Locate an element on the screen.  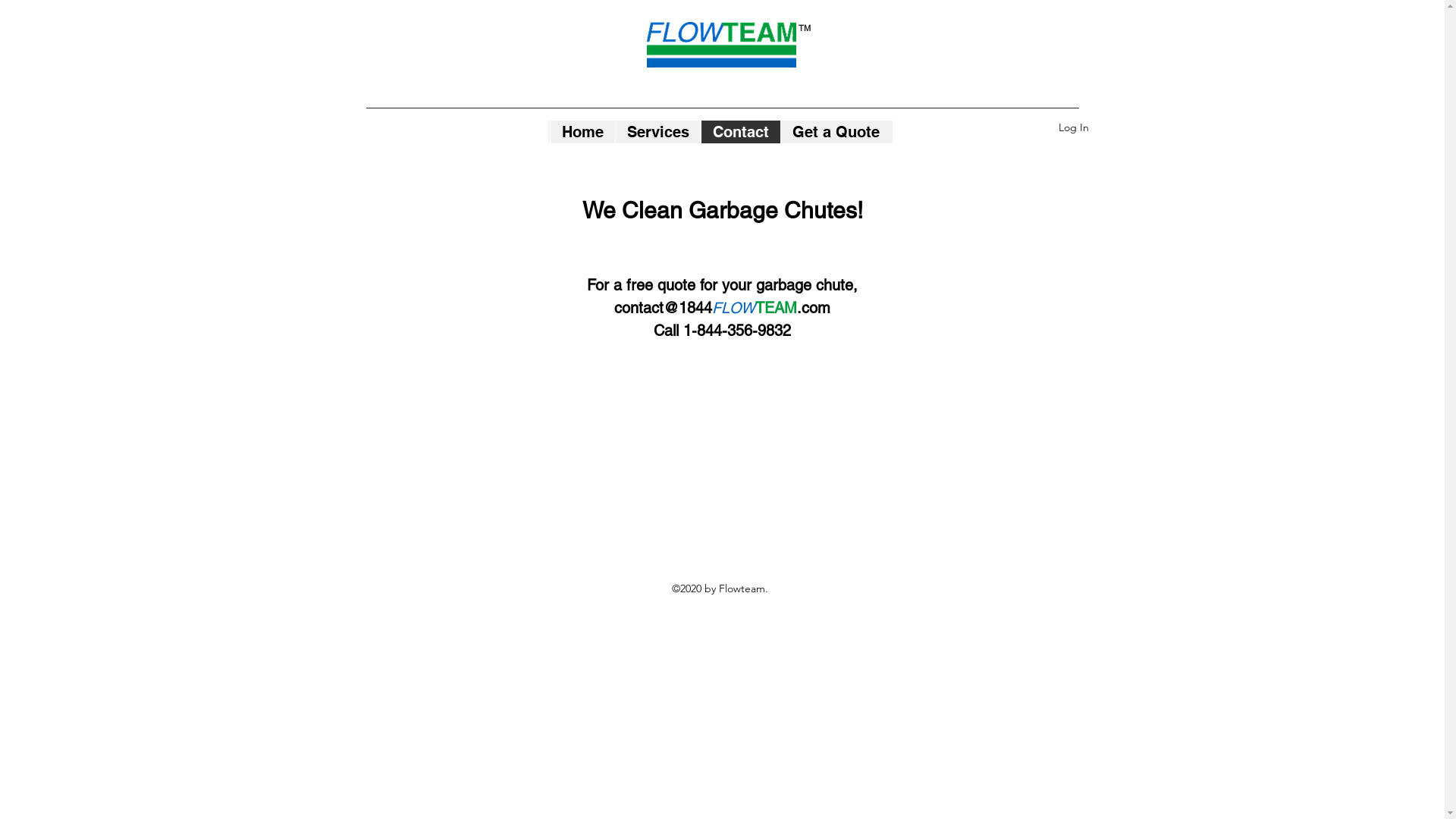
'Get a Quote' is located at coordinates (833, 130).